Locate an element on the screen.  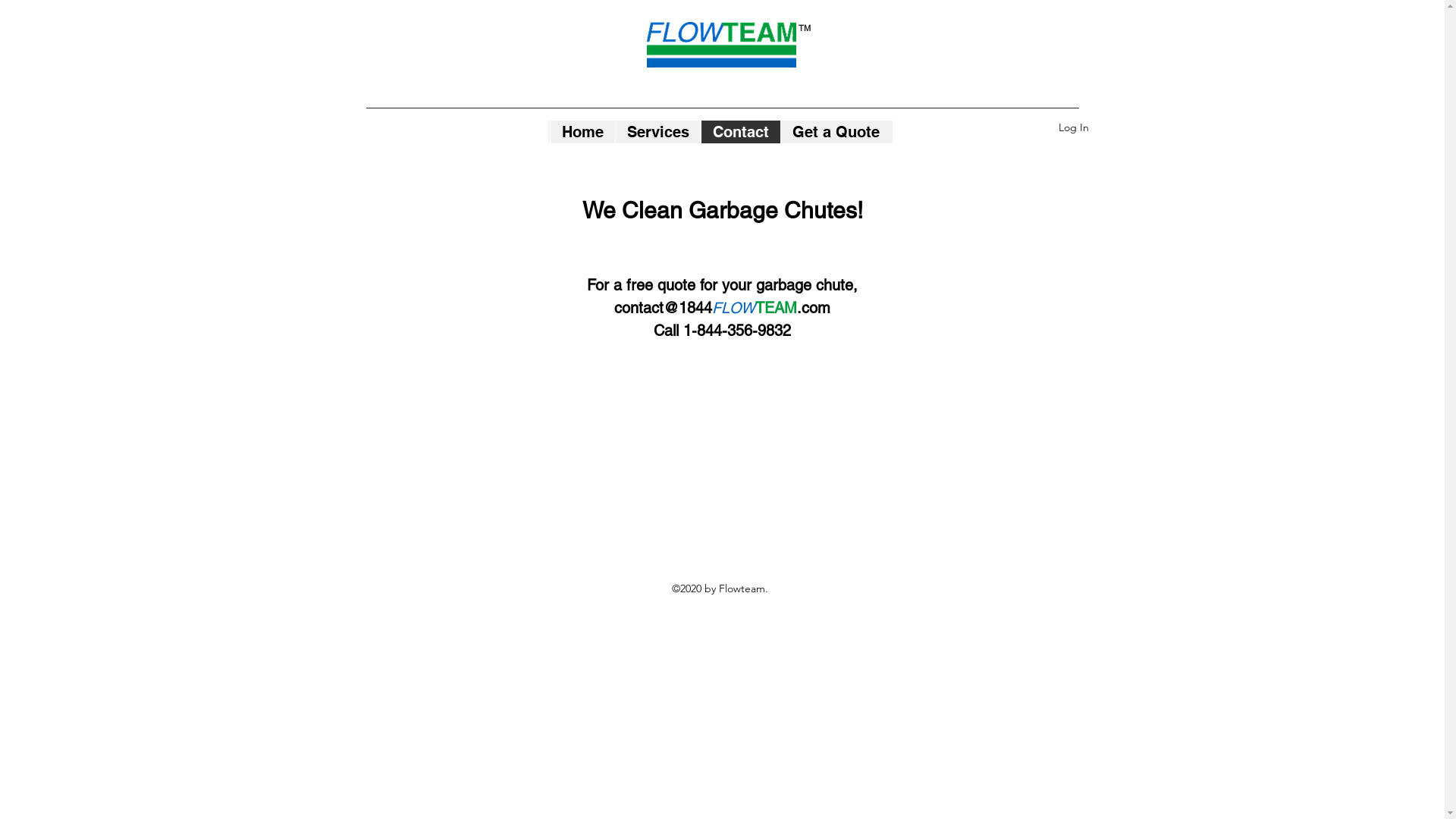
'Get a Quote' is located at coordinates (833, 130).